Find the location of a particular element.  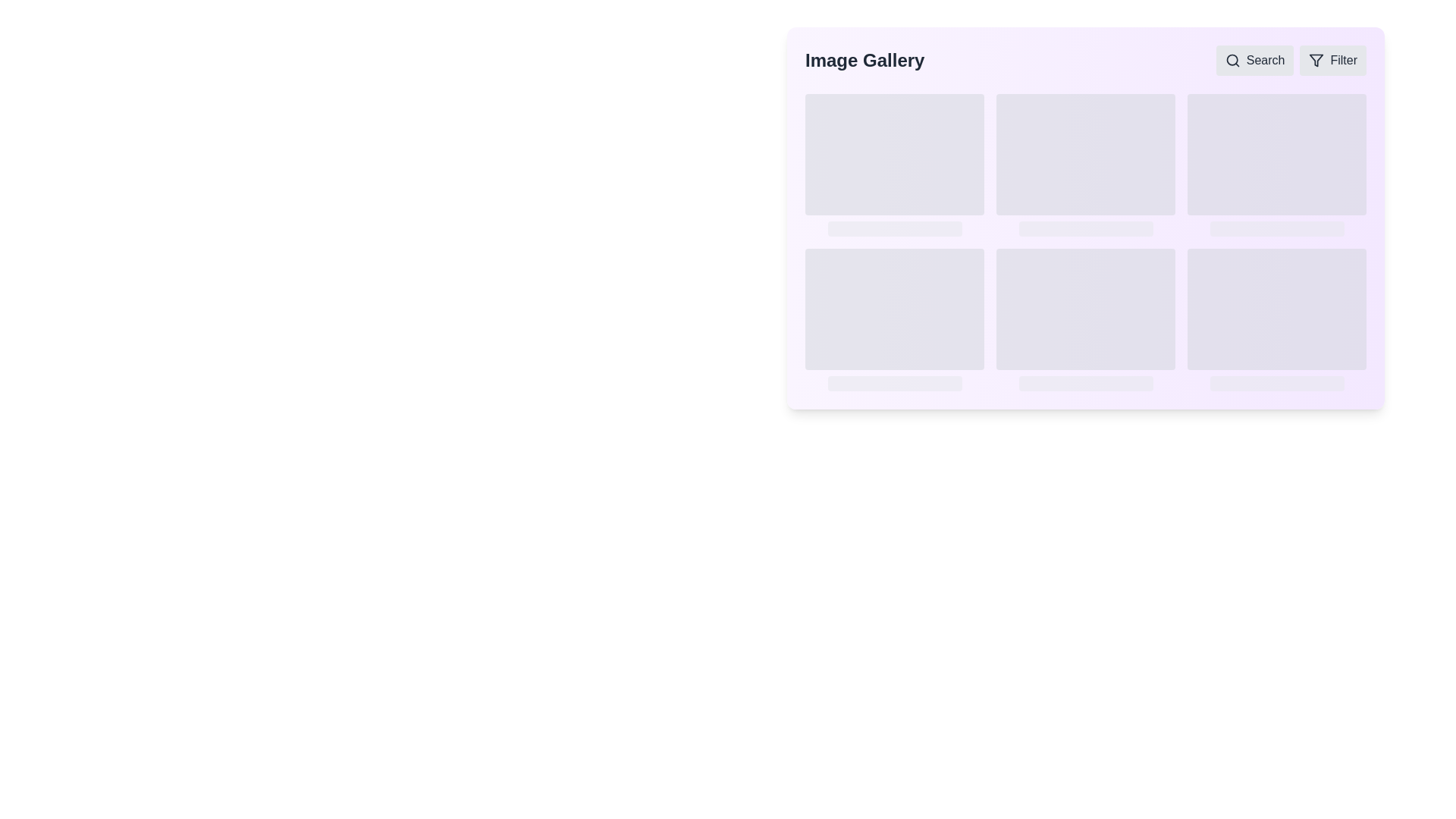

the 'Filter' button which contains the filter icon on its left side, located in the top-right corner of the interface is located at coordinates (1316, 60).